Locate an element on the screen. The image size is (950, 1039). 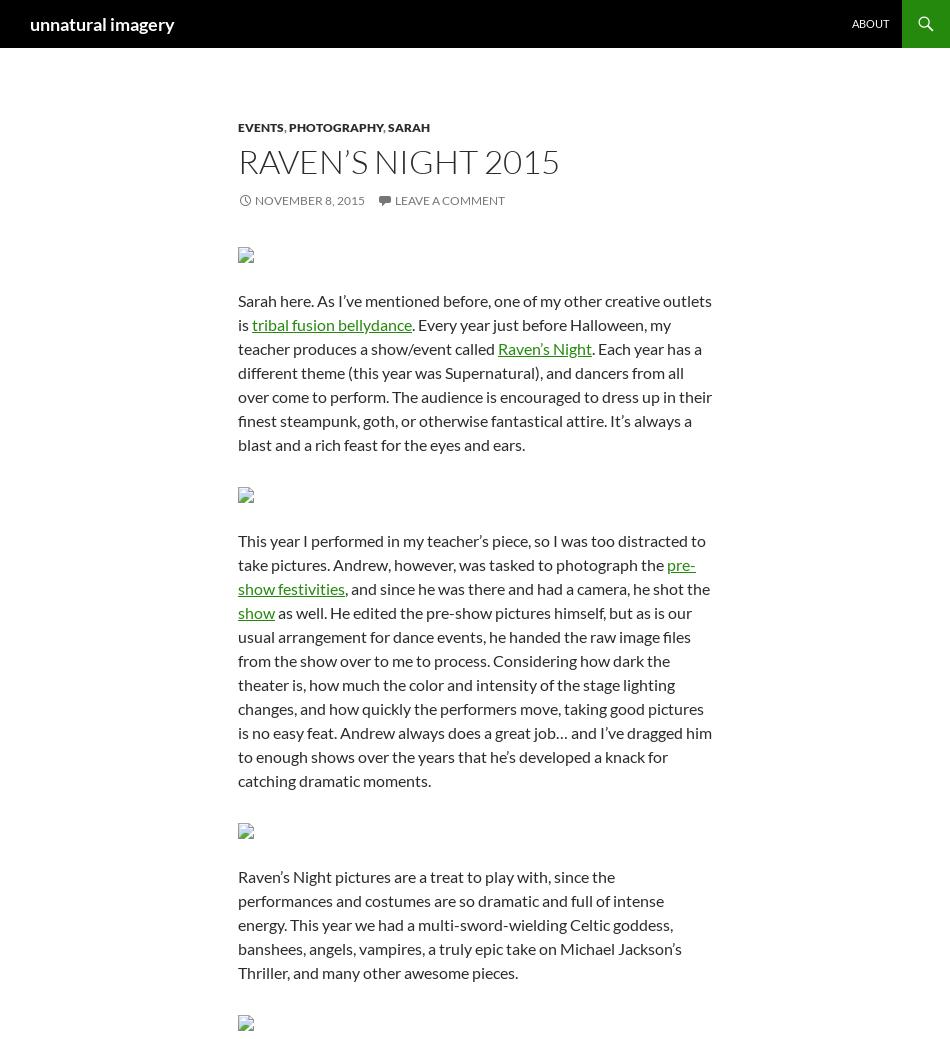
'tribal fusion bellydance' is located at coordinates (251, 324).